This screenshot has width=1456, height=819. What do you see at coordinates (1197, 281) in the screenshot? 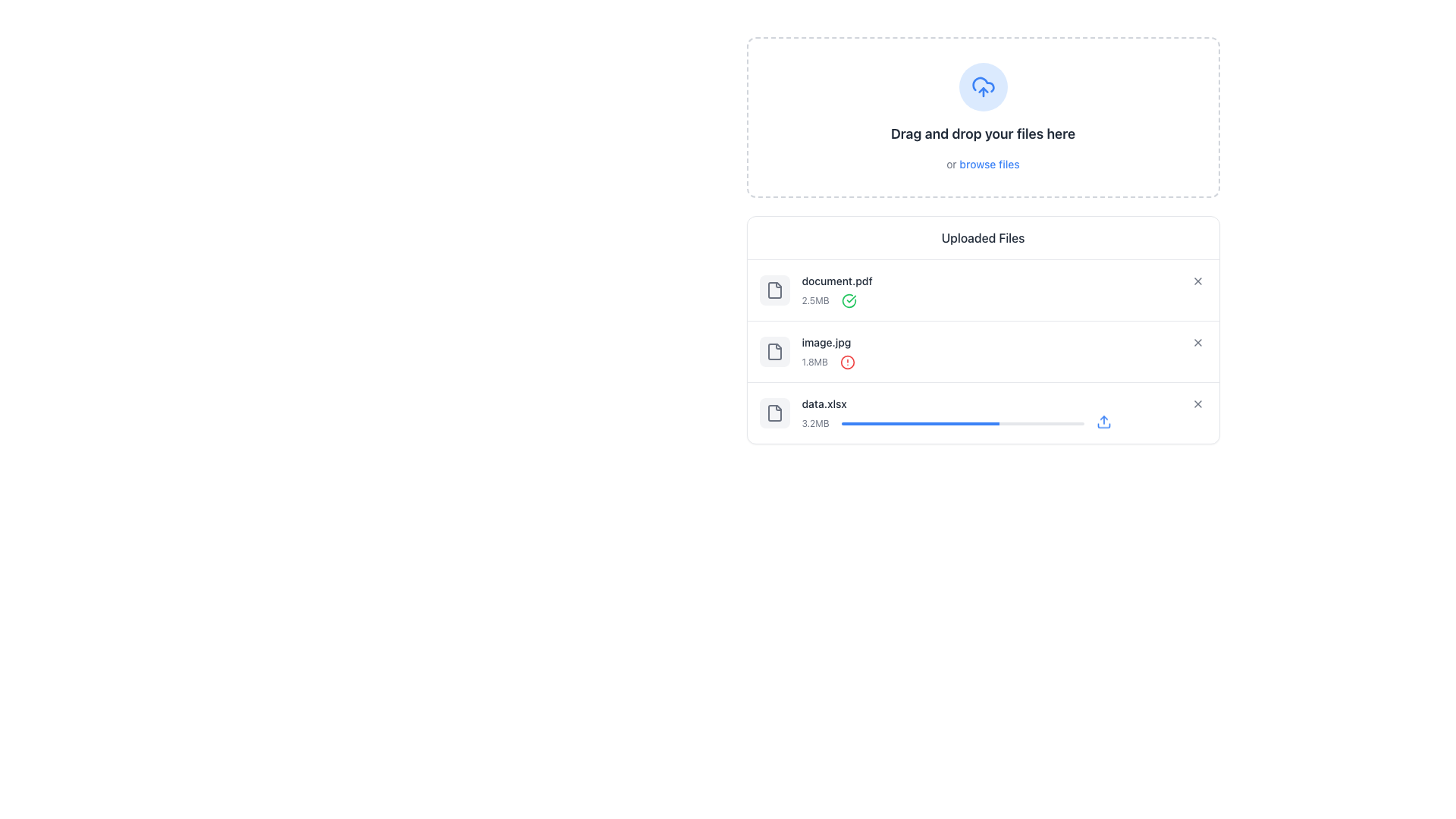
I see `the delete button located to the right of 'document.pdf'` at bounding box center [1197, 281].